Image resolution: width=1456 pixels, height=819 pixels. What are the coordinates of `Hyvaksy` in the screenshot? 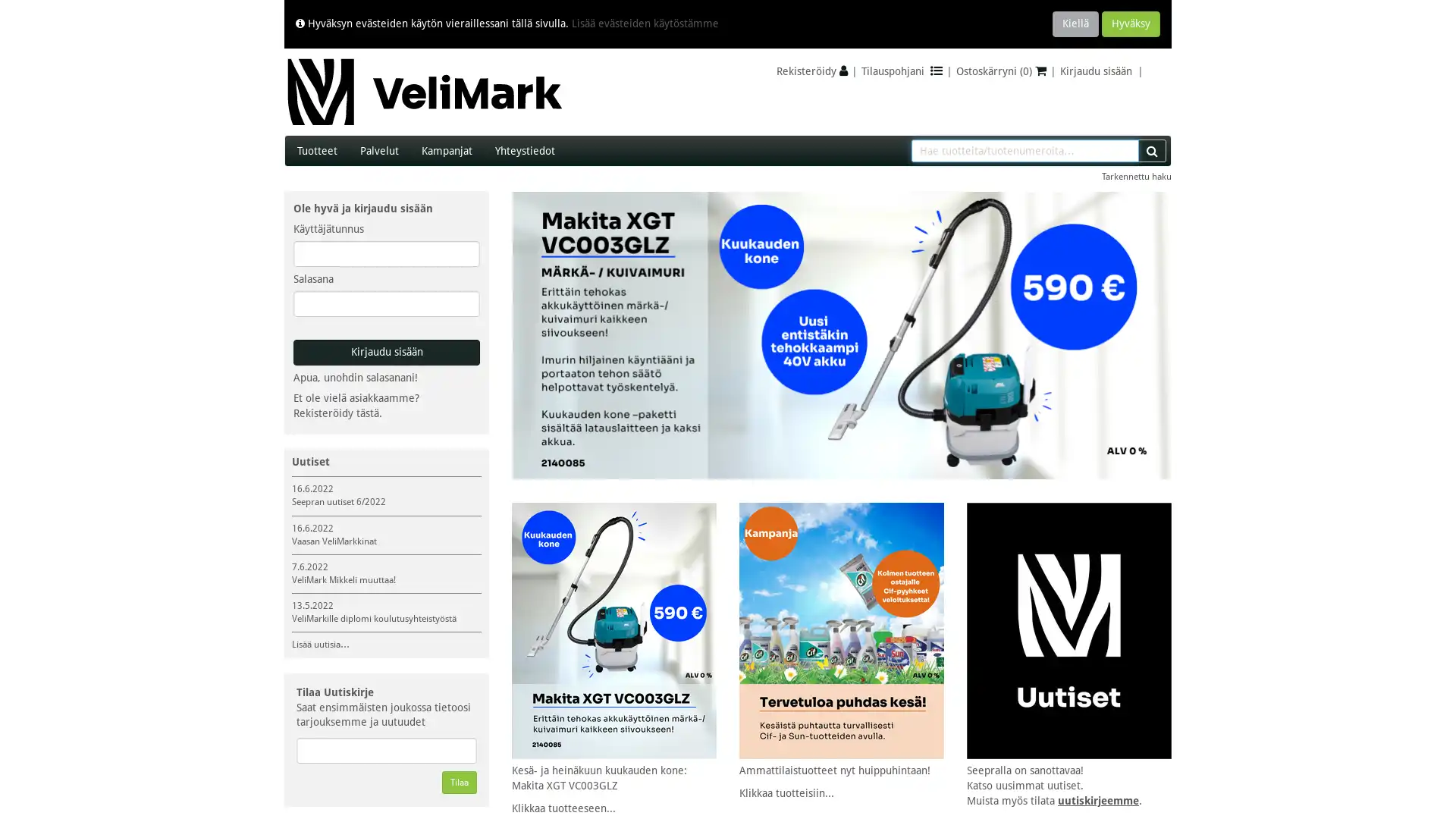 It's located at (1131, 24).